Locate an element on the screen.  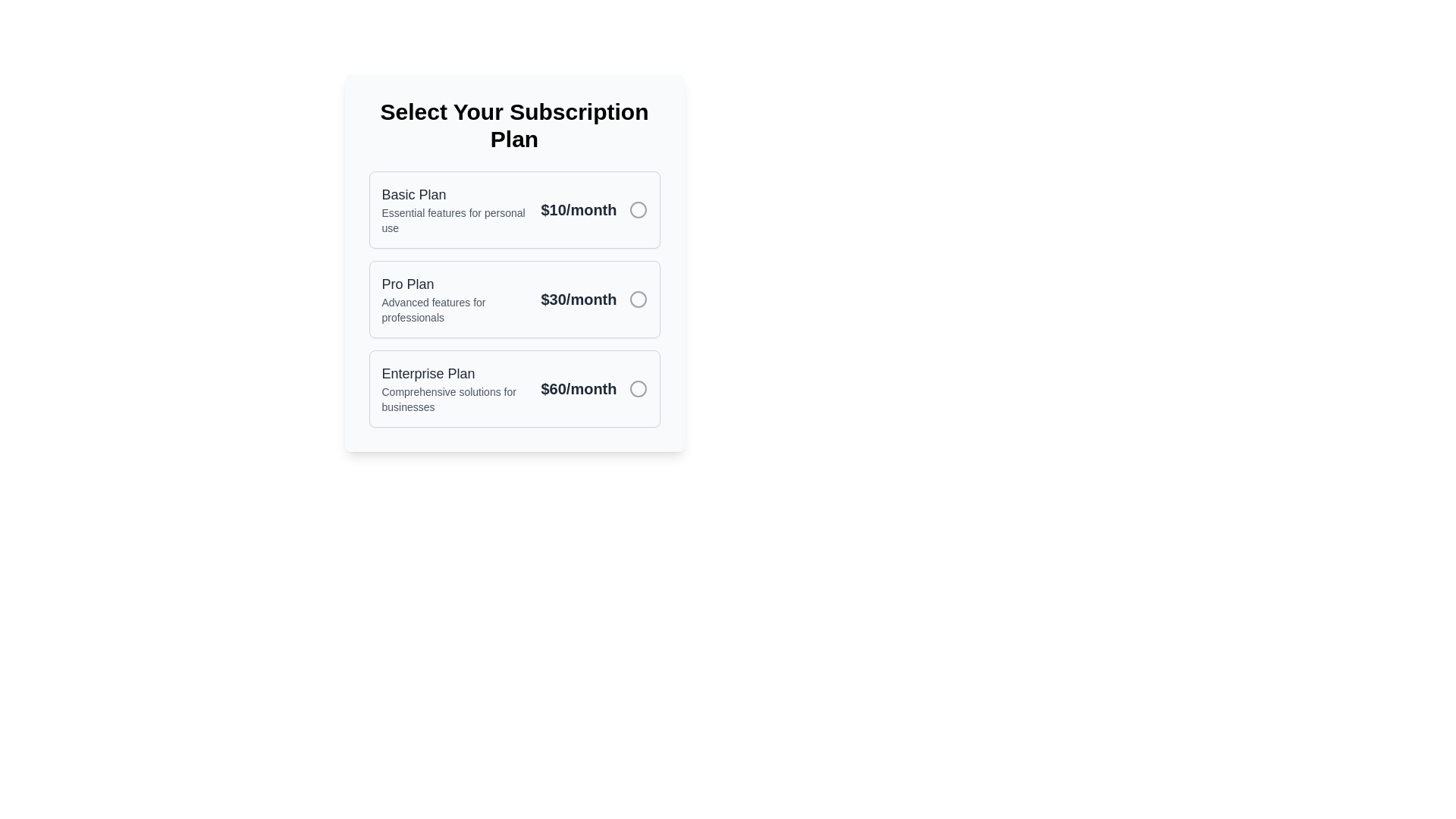
the text component displaying 'Essential features for personal use', which is positioned centrally below the 'Basic Plan' title in the subscription selection card is located at coordinates (454, 220).